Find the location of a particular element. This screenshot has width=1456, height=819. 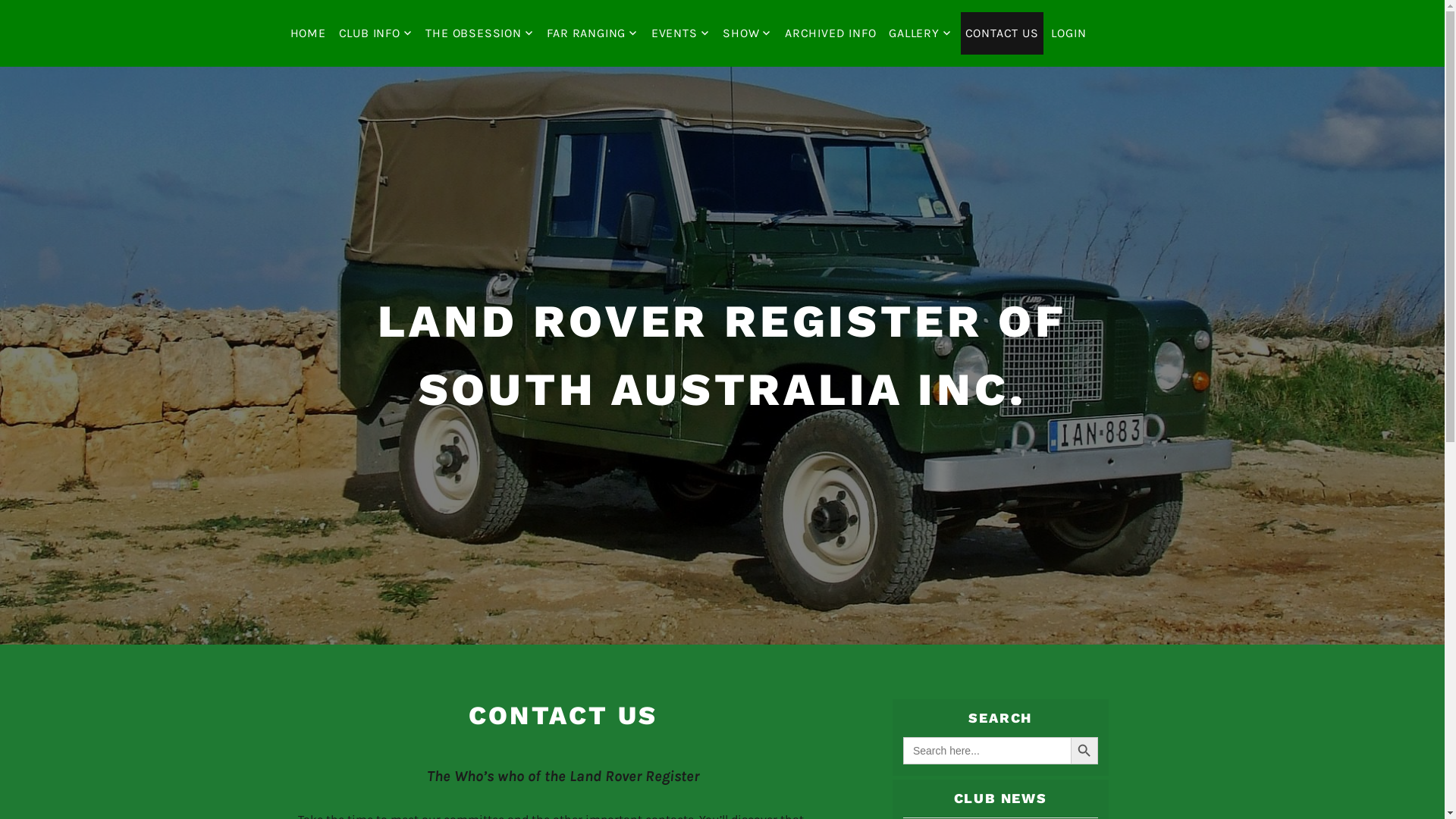

'CLUB INFO' is located at coordinates (375, 33).